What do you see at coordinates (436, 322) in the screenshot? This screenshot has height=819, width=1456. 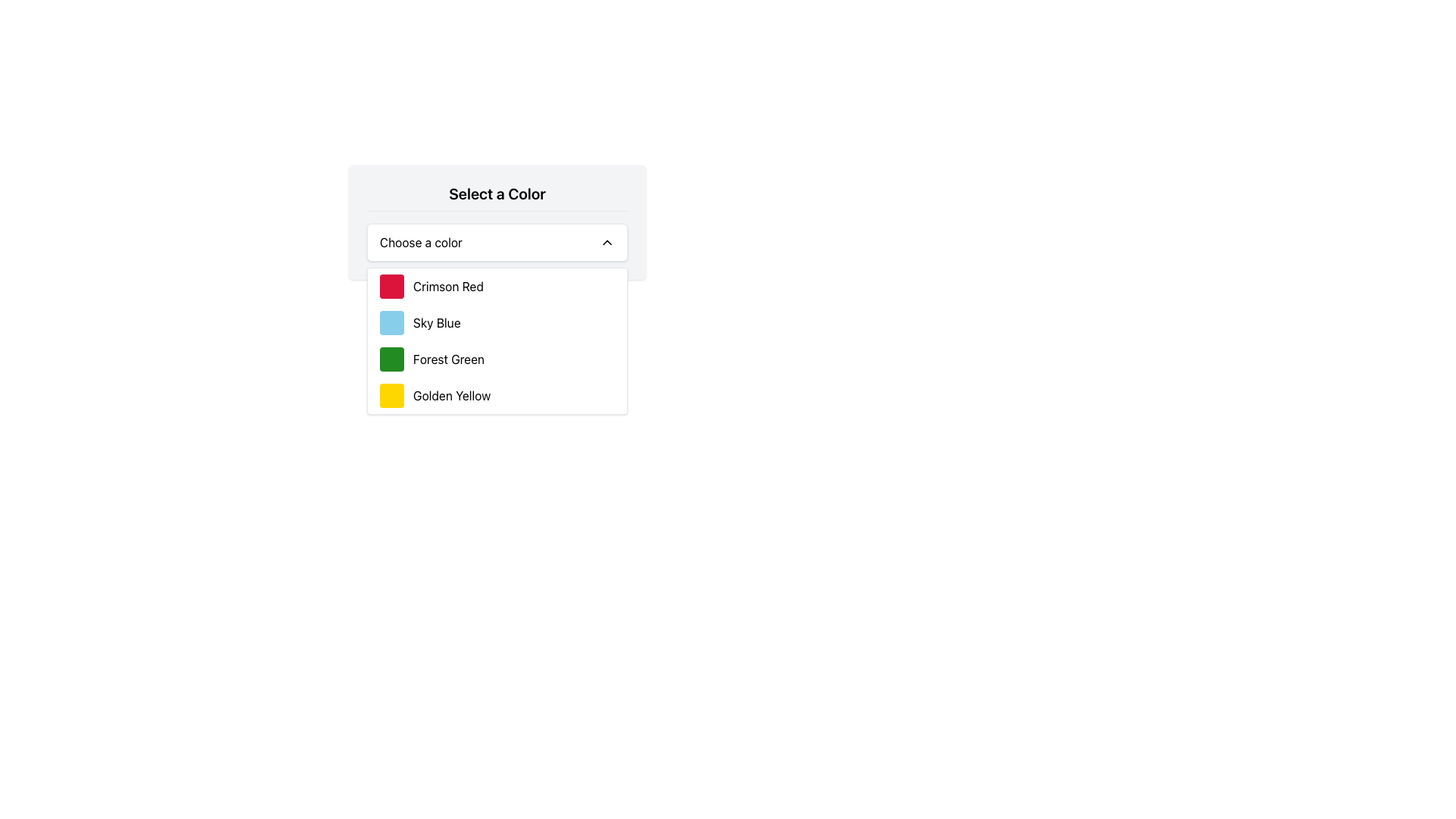 I see `the Text Label displaying 'Sky Blue' in the dropdown menu under 'Select a Color'` at bounding box center [436, 322].